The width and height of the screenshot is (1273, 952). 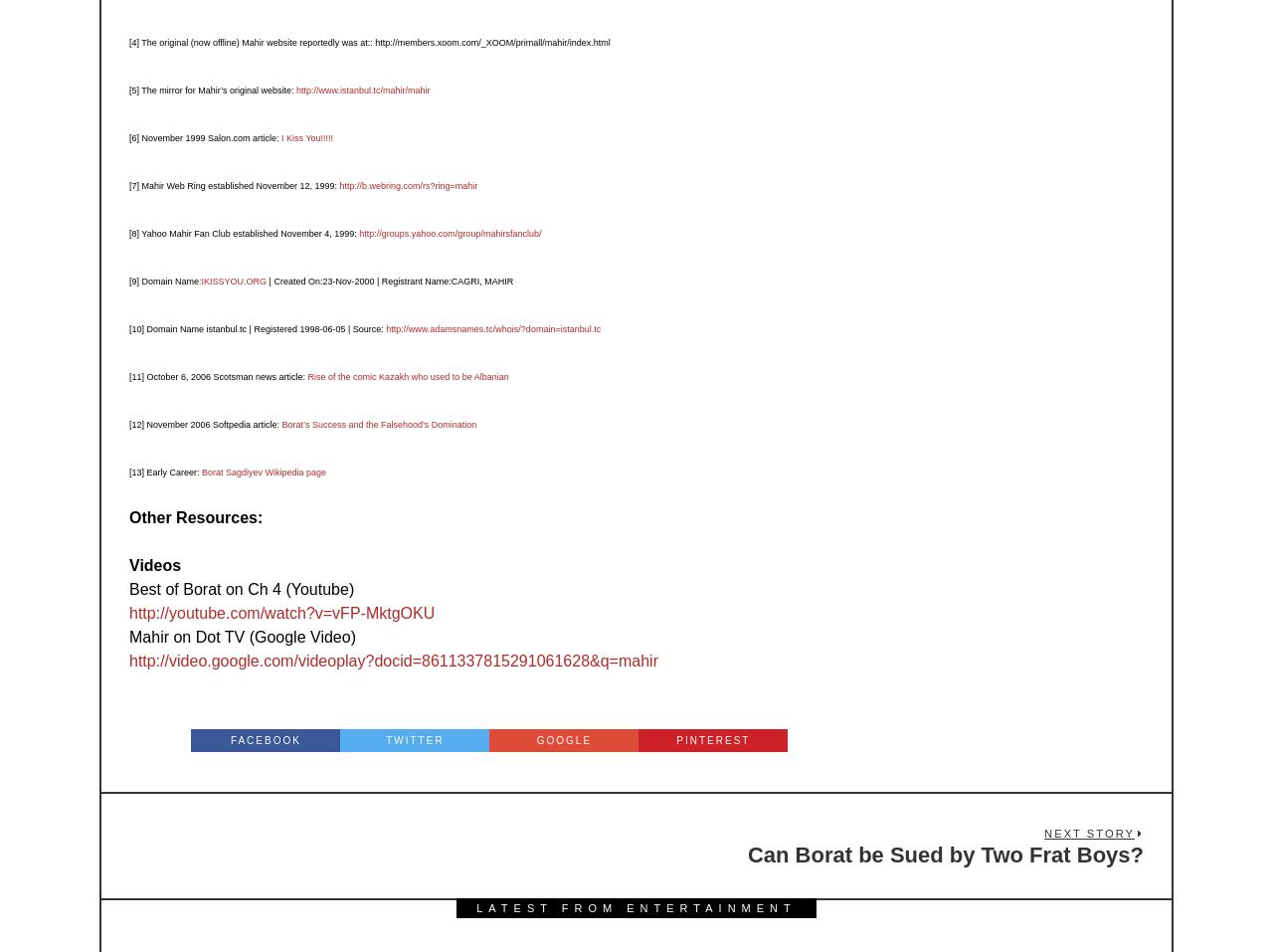 I want to click on 'Can Borat be Sued by Two Frat Boys?', so click(x=944, y=853).